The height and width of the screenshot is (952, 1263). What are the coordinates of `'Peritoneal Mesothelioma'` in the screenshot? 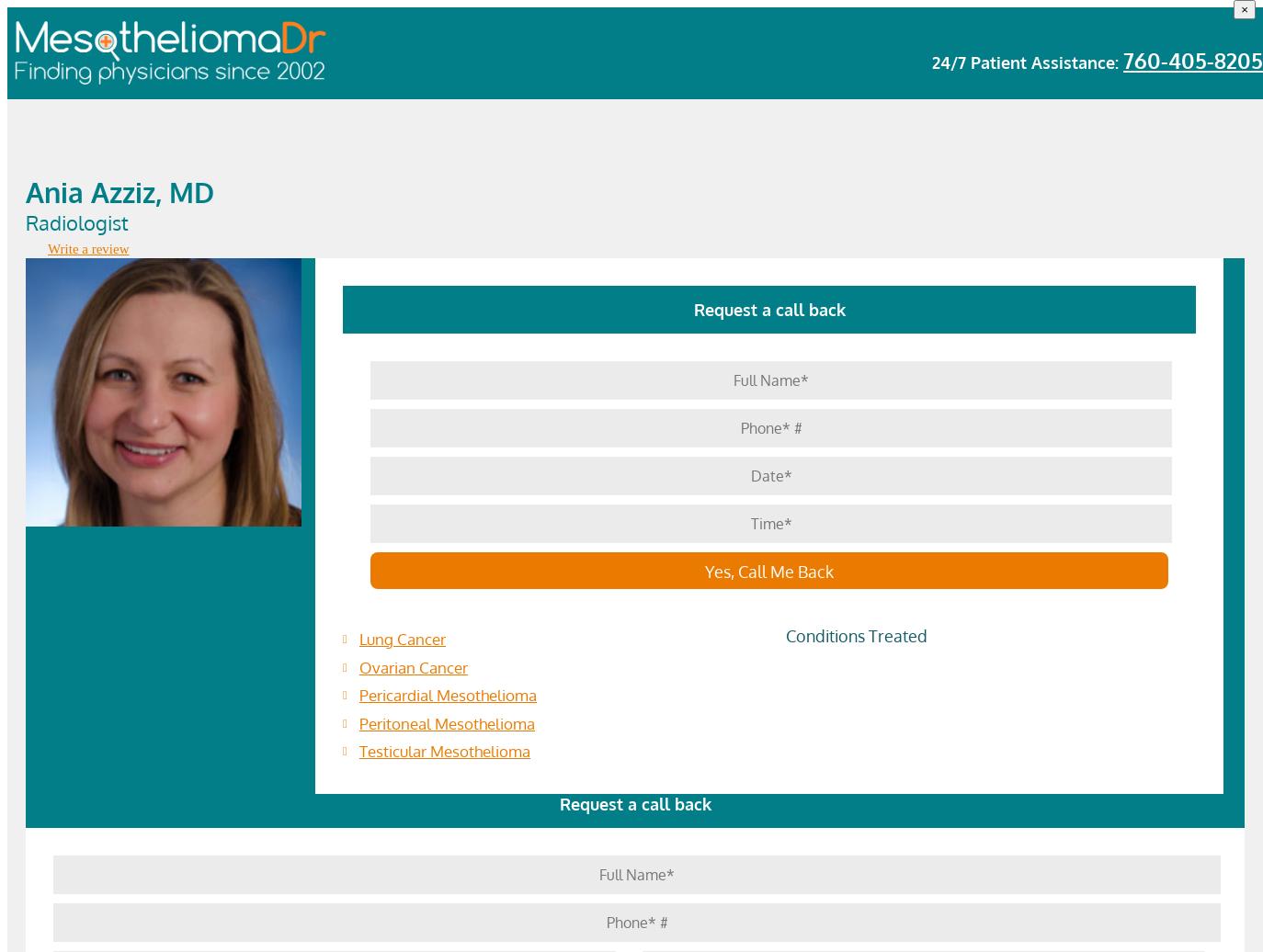 It's located at (447, 722).